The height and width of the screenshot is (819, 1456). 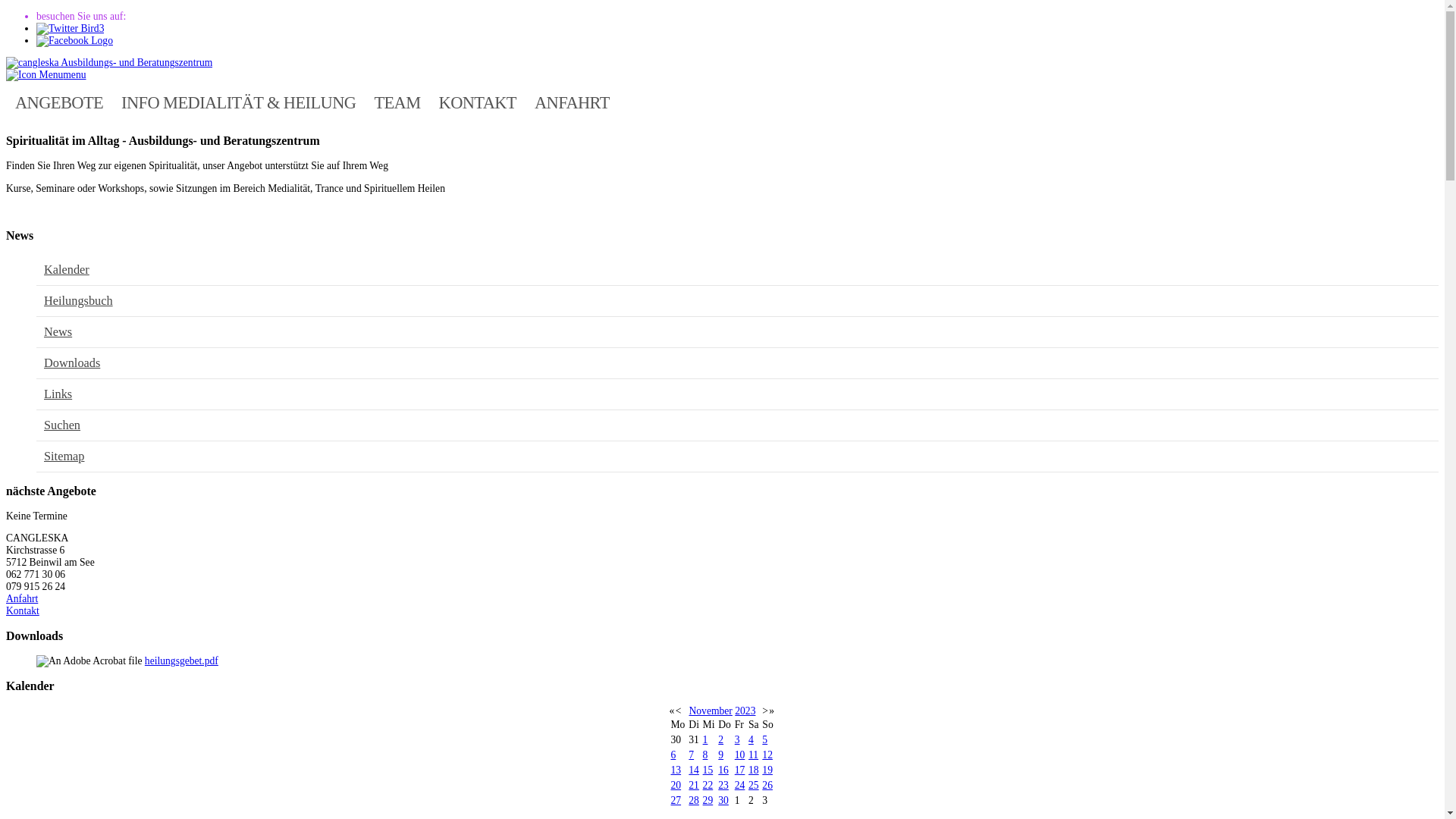 What do you see at coordinates (65, 268) in the screenshot?
I see `'Kalender'` at bounding box center [65, 268].